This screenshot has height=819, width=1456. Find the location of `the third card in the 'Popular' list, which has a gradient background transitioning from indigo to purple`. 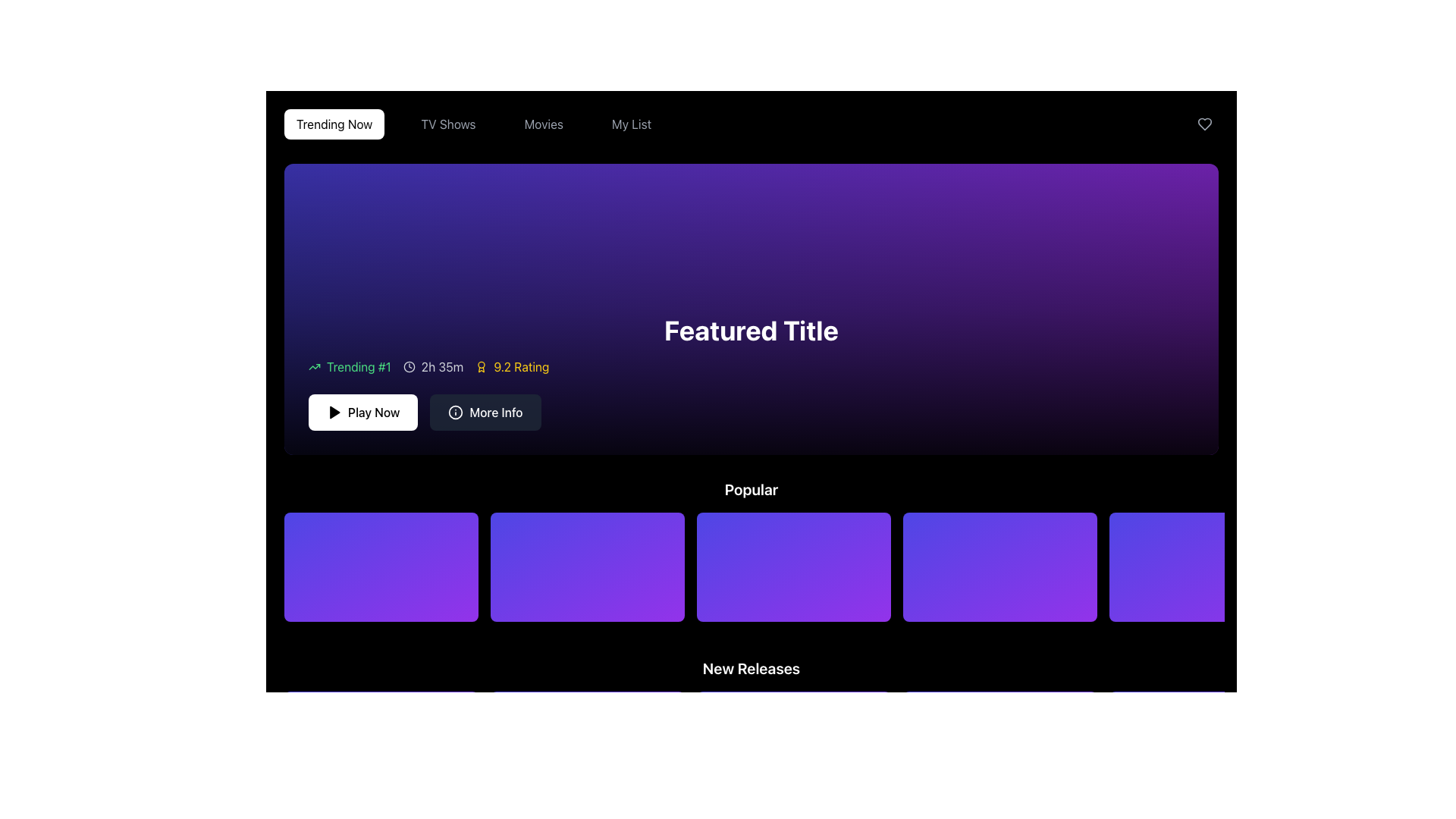

the third card in the 'Popular' list, which has a gradient background transitioning from indigo to purple is located at coordinates (792, 567).